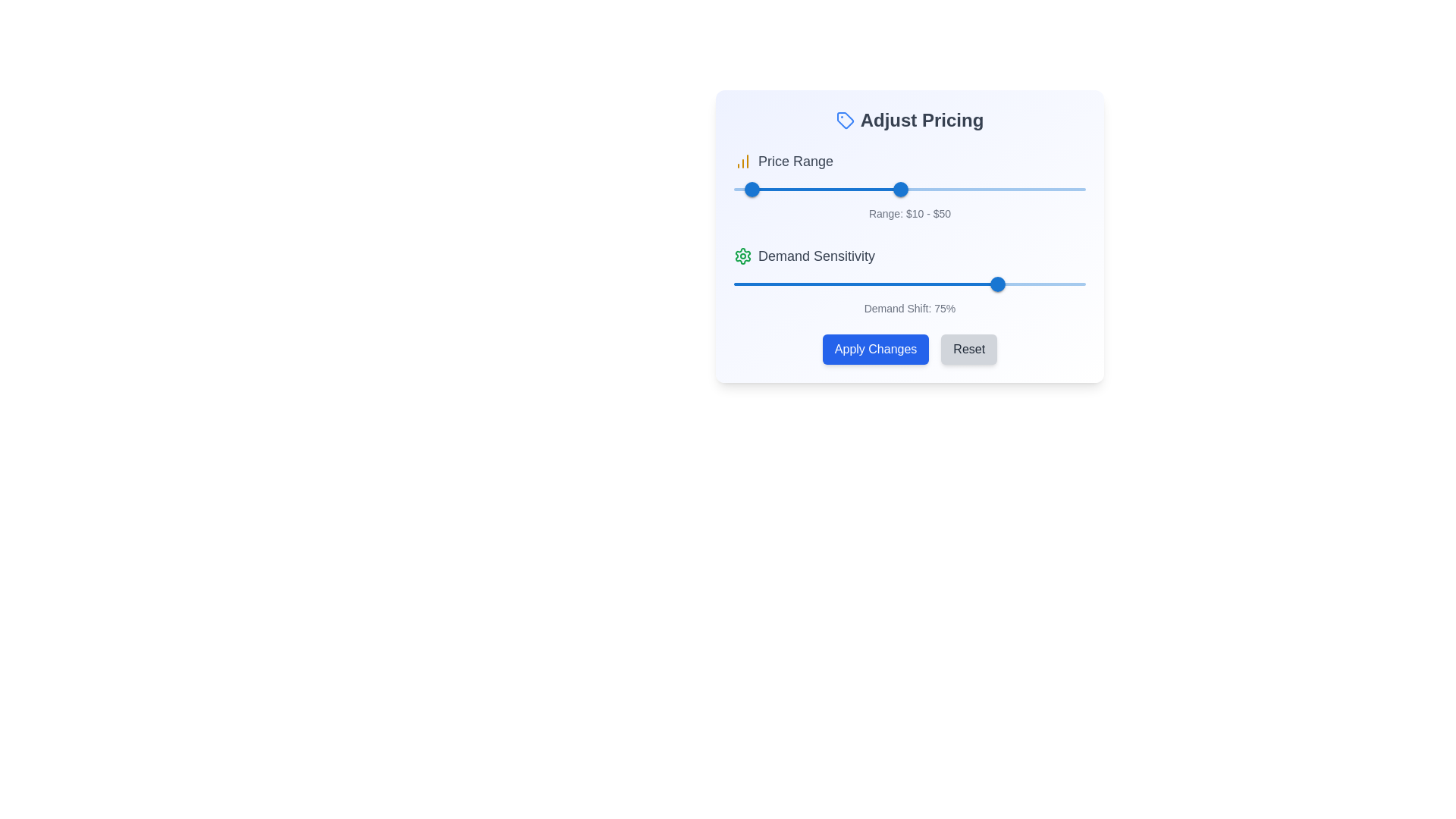 This screenshot has width=1456, height=819. Describe the element at coordinates (910, 119) in the screenshot. I see `the Section Header that indicates pricing settings, which is positioned at the top center of a white rectangular card with rounded corners` at that location.